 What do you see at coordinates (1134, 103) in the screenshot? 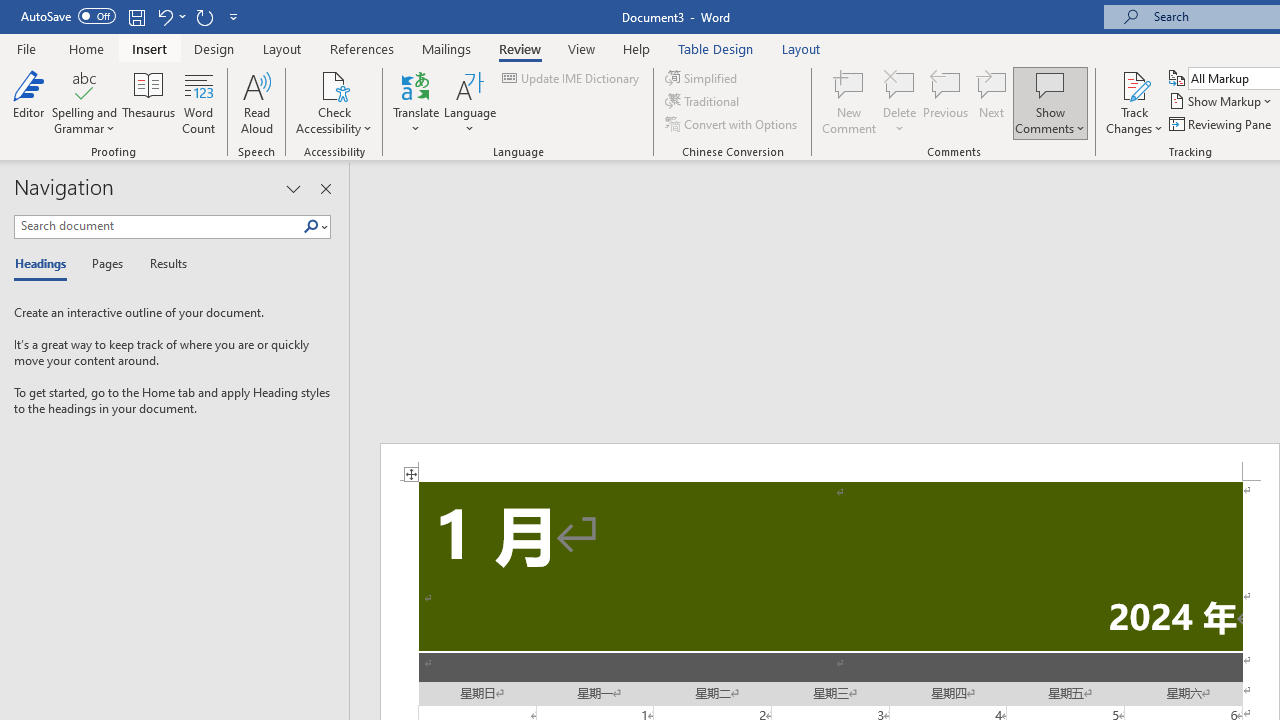
I see `'Track Changes'` at bounding box center [1134, 103].